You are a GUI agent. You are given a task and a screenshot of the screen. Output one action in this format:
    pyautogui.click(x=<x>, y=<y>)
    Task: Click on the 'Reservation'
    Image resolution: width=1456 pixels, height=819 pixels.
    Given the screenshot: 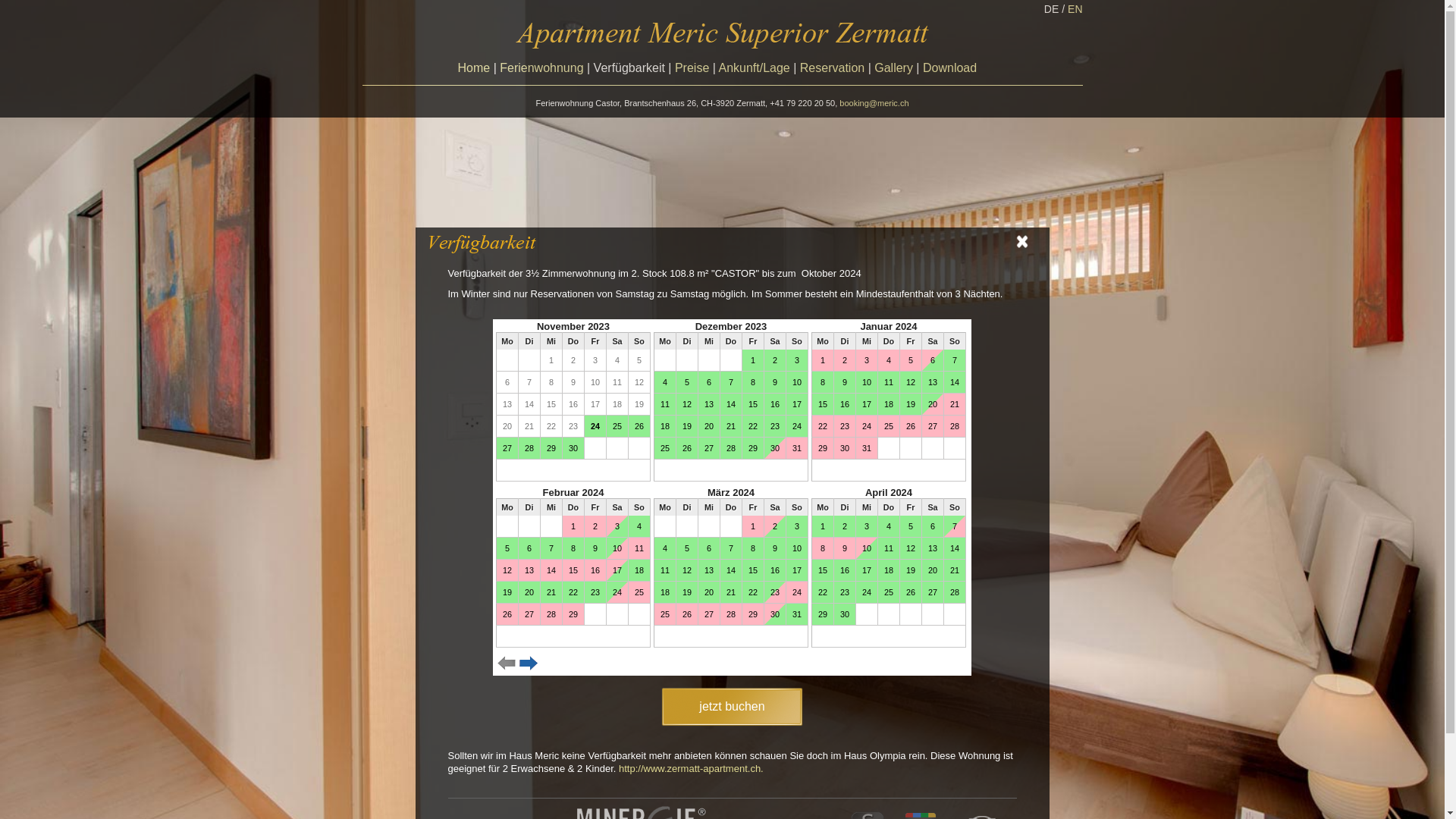 What is the action you would take?
    pyautogui.click(x=831, y=67)
    